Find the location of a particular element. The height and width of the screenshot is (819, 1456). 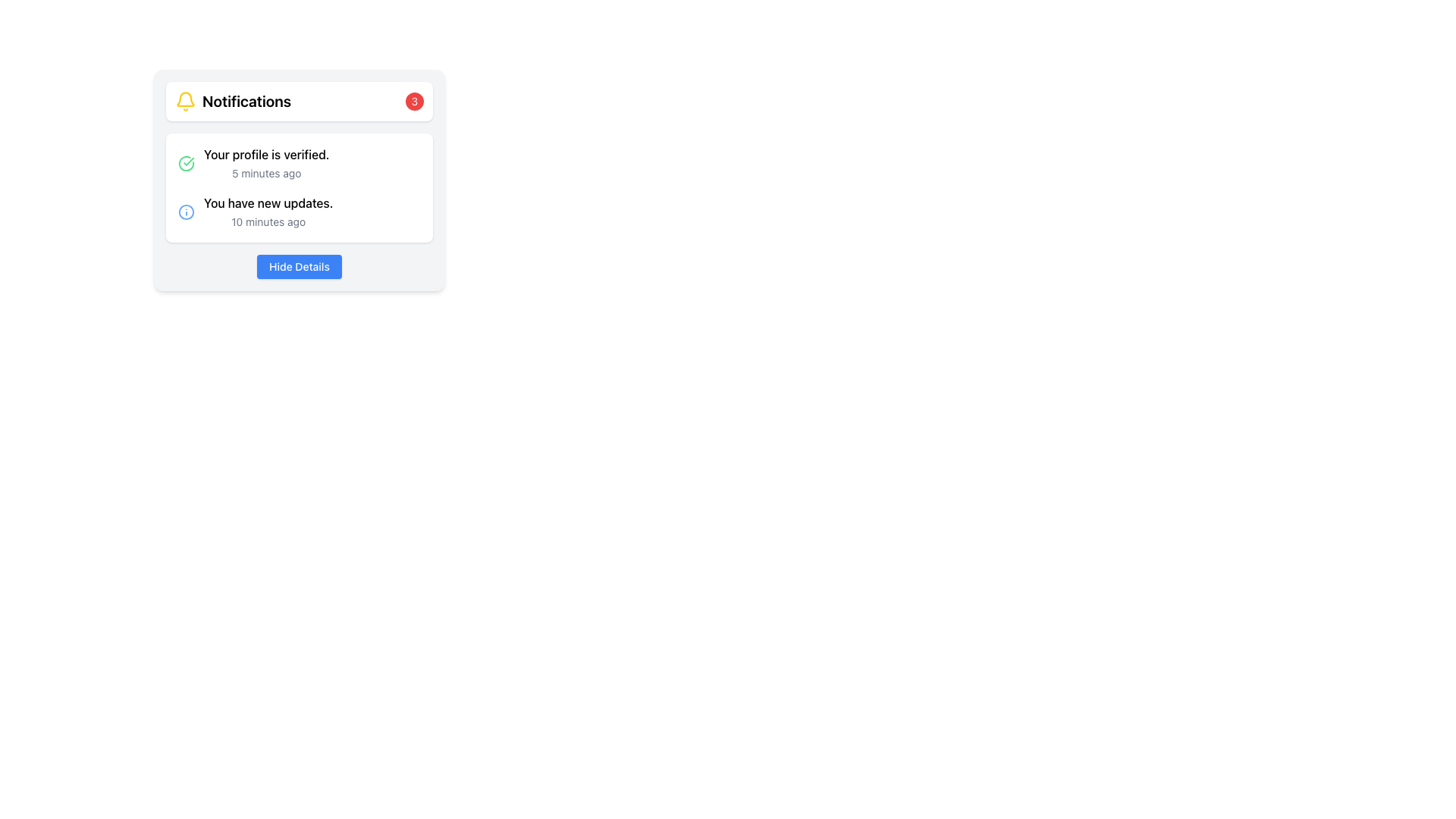

the text element that reads 'You have new updates.' which is prominently displayed in the notification module, located beneath 'Your profile is verified.' is located at coordinates (268, 202).